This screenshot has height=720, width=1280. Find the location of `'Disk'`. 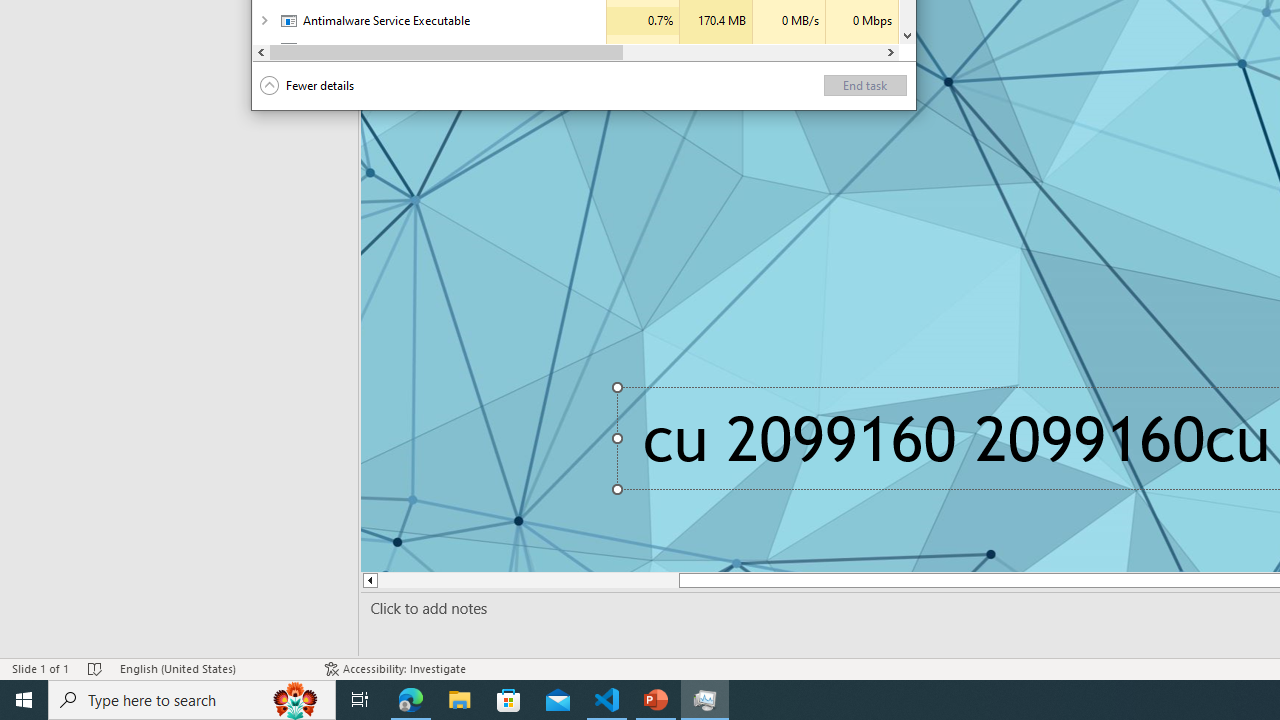

'Disk' is located at coordinates (788, 48).